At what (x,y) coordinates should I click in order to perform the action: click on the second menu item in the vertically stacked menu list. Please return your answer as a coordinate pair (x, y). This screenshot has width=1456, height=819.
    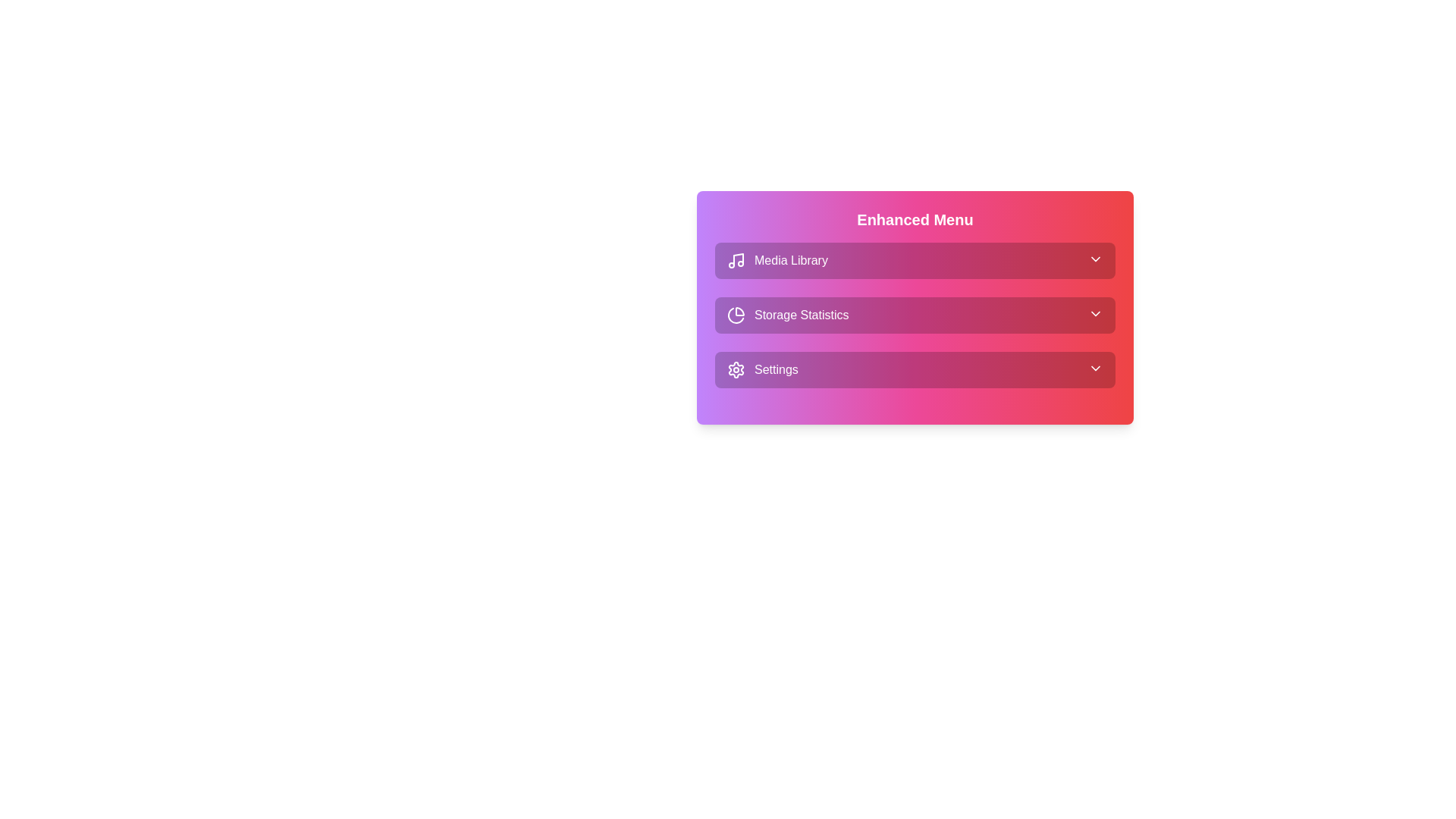
    Looking at the image, I should click on (914, 307).